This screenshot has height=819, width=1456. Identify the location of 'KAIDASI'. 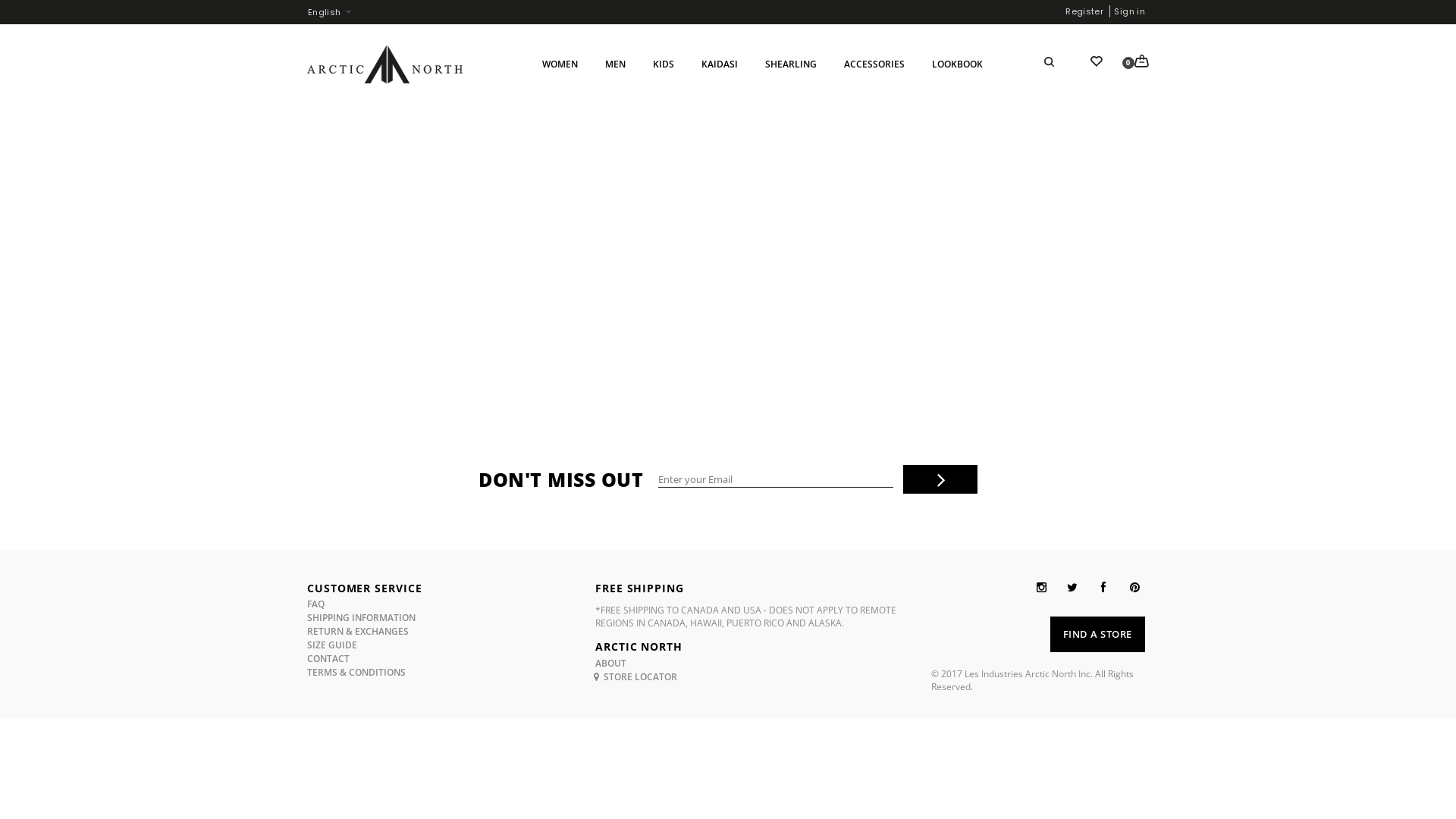
(719, 63).